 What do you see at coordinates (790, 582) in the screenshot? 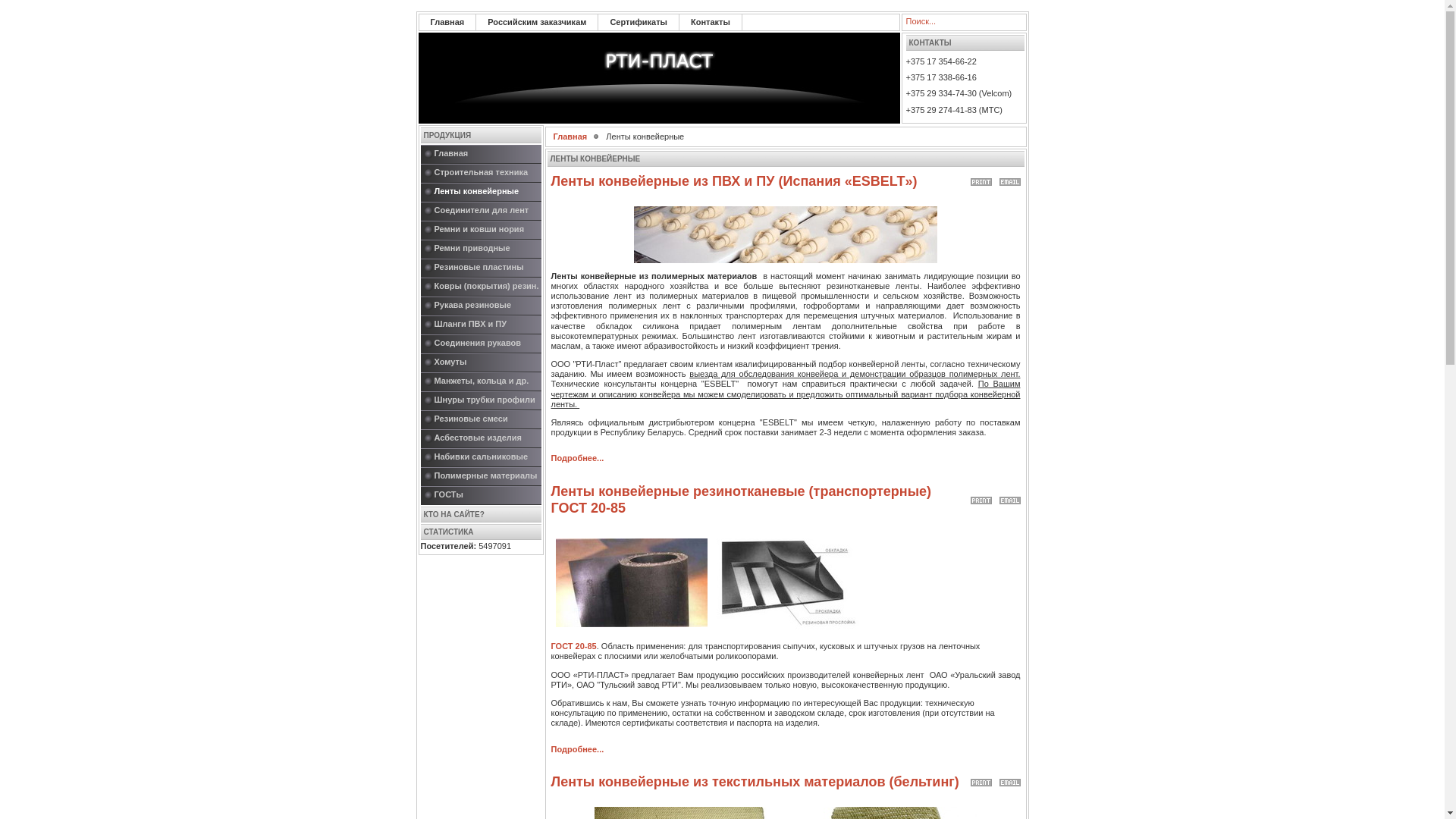
I see `'Image'` at bounding box center [790, 582].